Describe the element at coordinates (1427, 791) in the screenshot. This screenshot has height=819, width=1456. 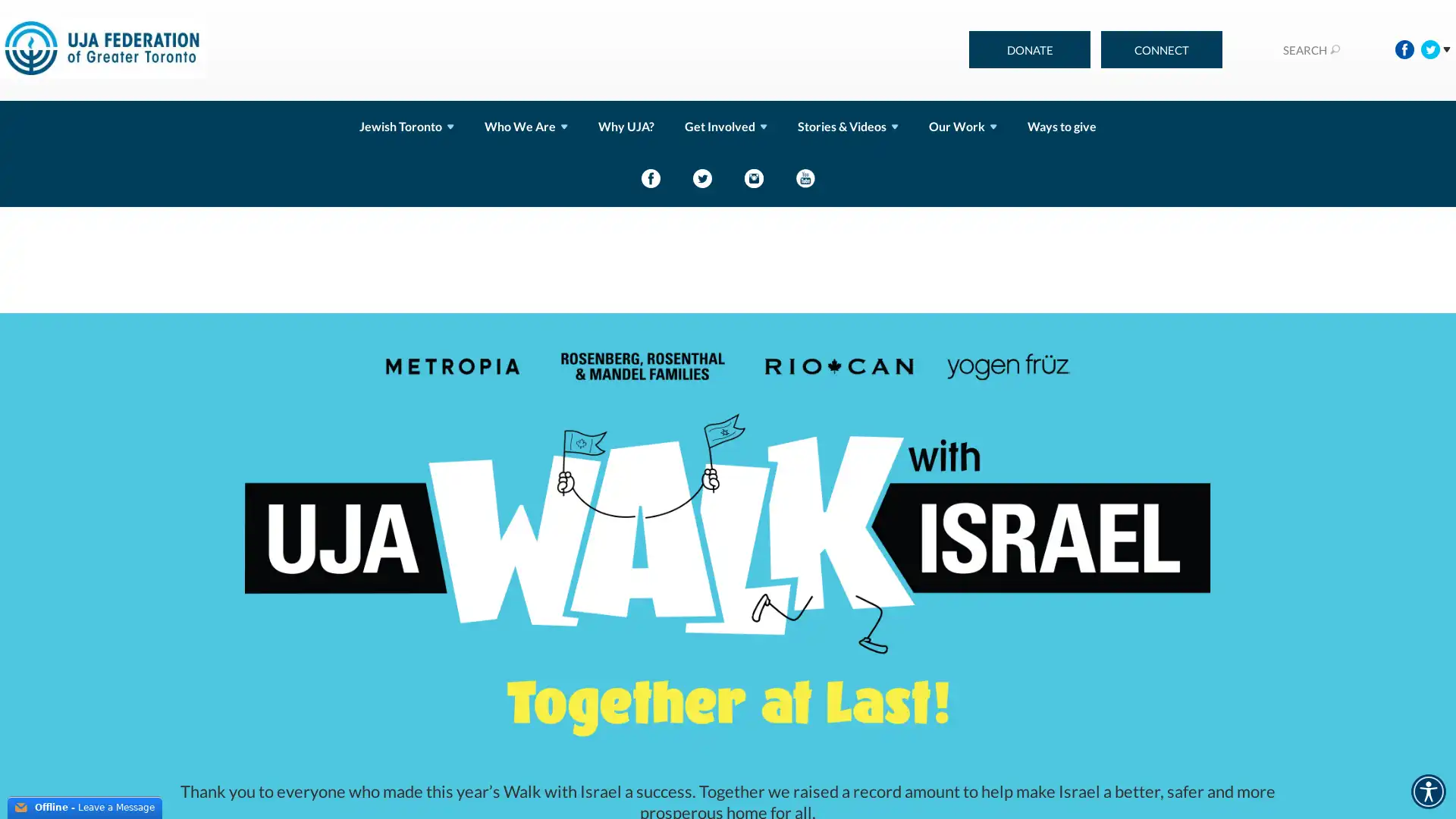
I see `Accessibility Menu` at that location.